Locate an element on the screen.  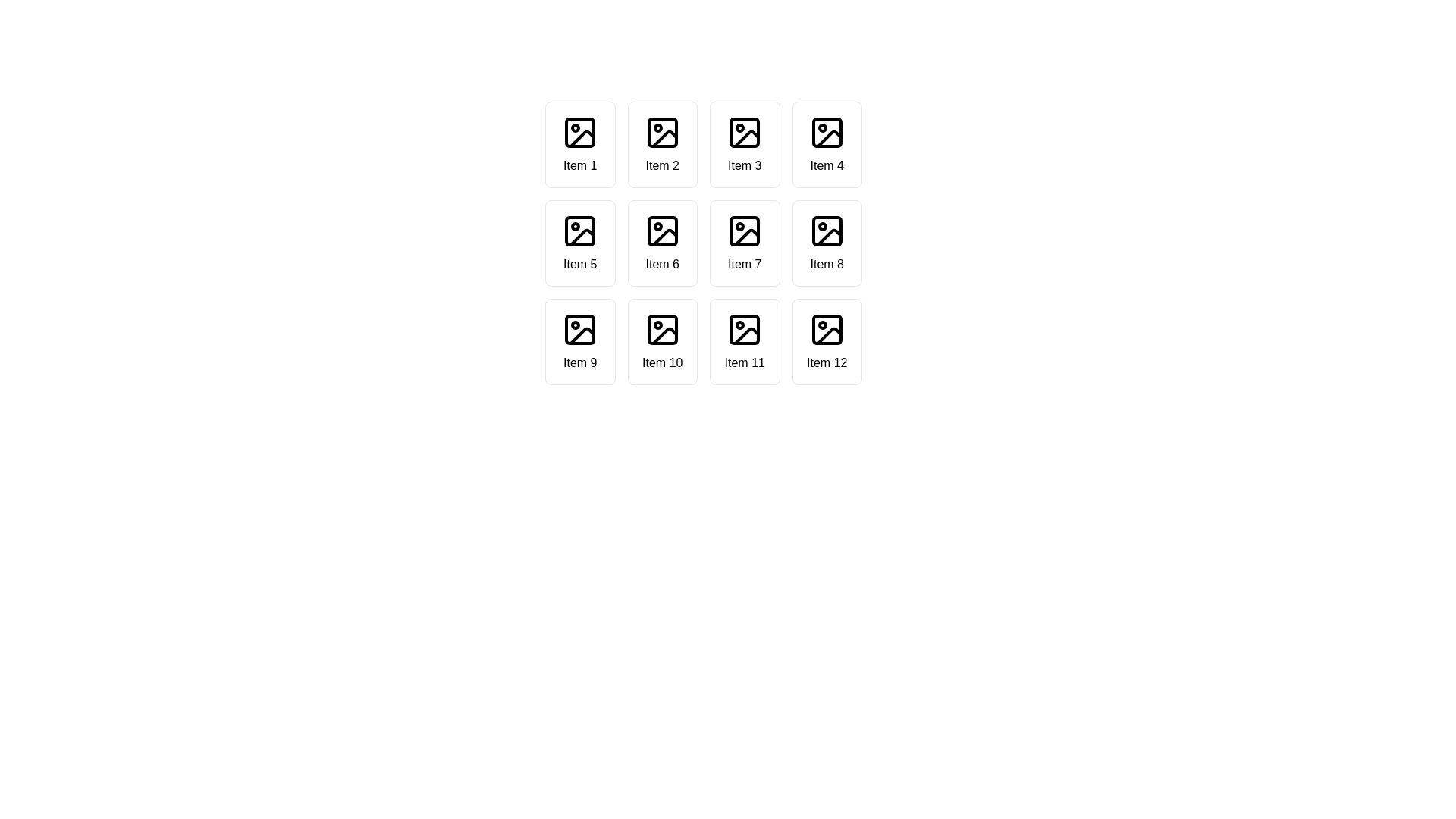
the Image Icon located in the first item of a 4x3 grid layout, which is positioned above the text label 'Item 1' is located at coordinates (579, 131).